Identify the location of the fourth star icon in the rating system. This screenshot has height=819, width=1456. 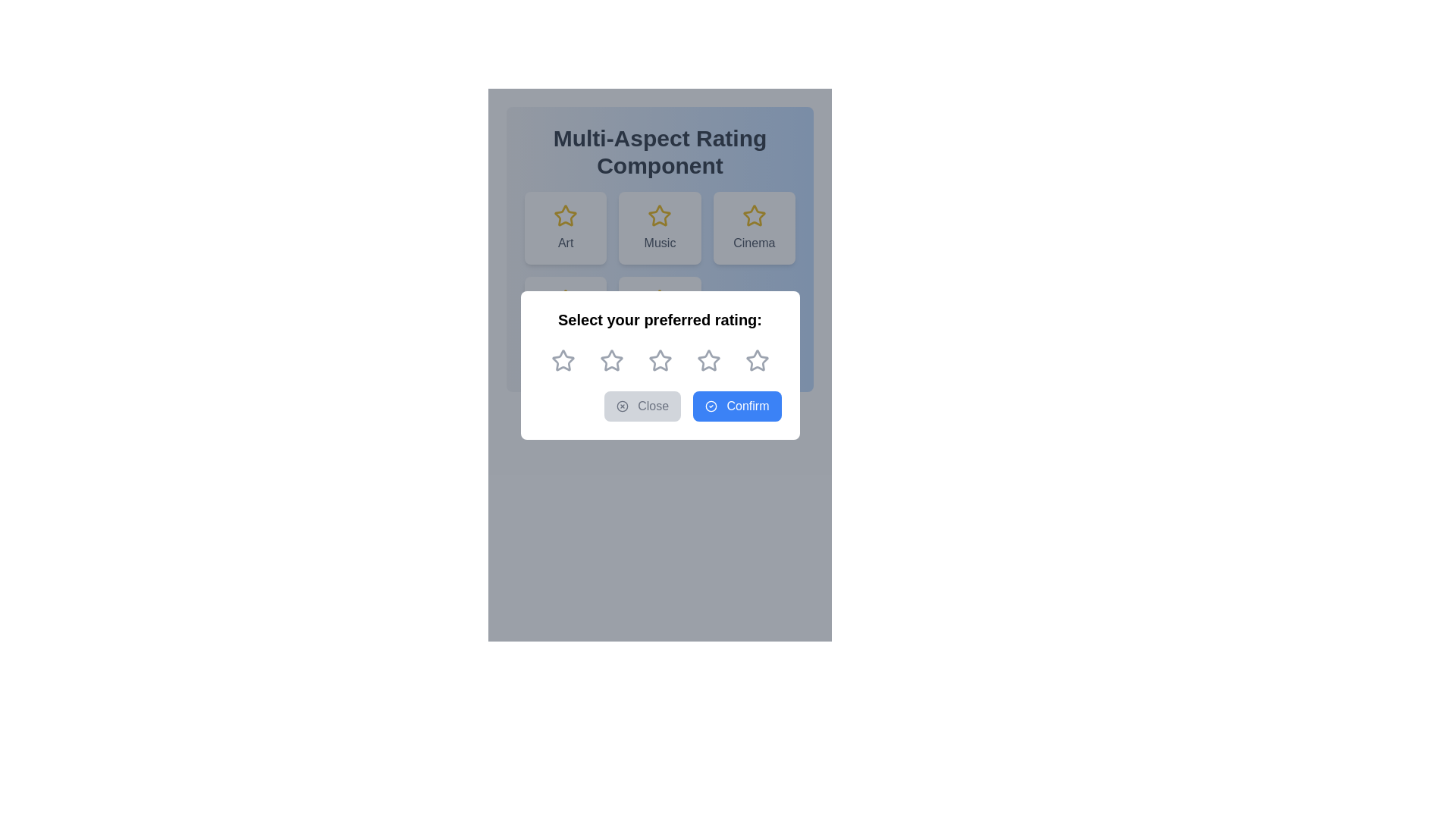
(708, 359).